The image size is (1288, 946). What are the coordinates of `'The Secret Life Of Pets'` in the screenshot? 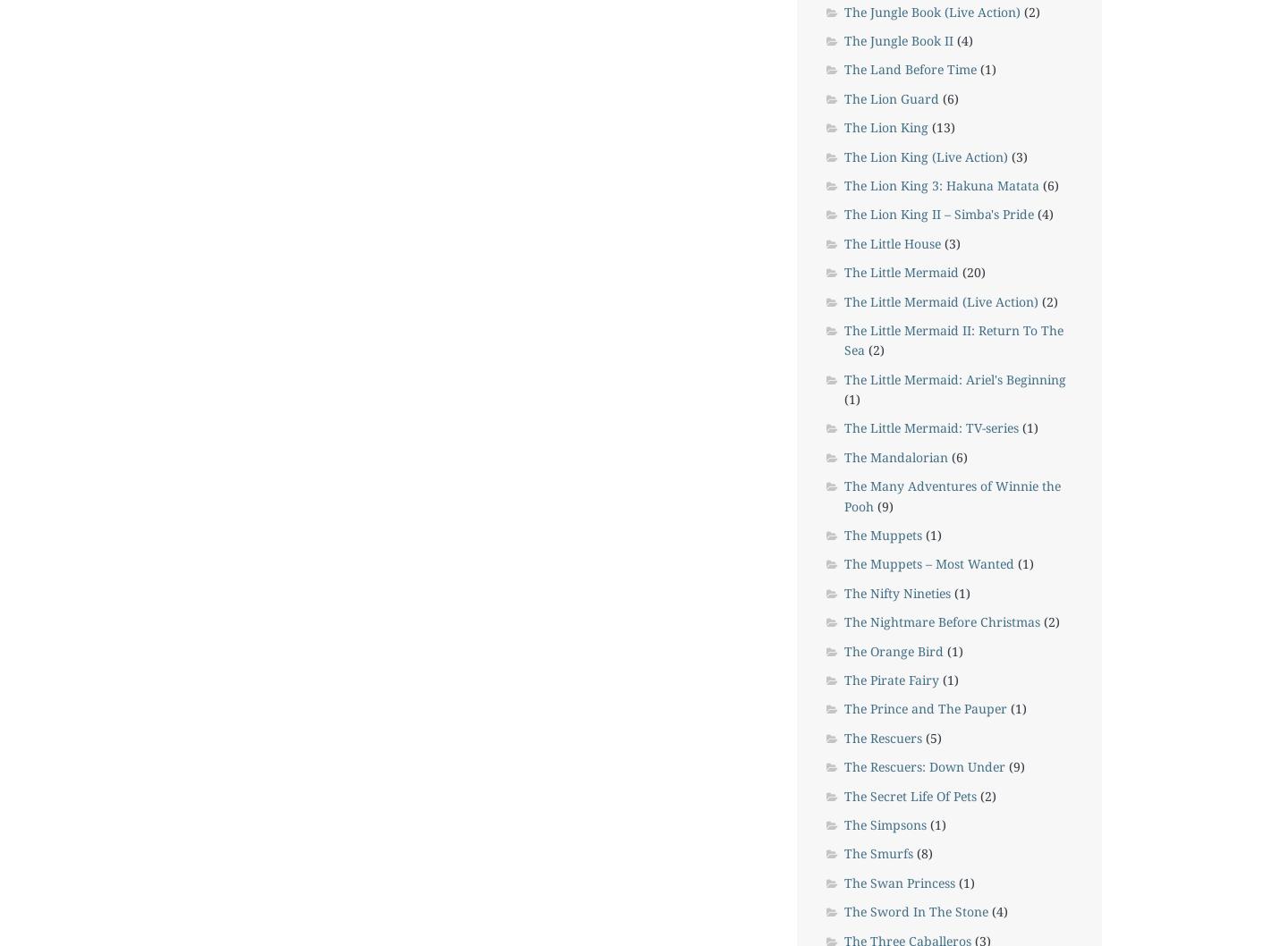 It's located at (909, 795).